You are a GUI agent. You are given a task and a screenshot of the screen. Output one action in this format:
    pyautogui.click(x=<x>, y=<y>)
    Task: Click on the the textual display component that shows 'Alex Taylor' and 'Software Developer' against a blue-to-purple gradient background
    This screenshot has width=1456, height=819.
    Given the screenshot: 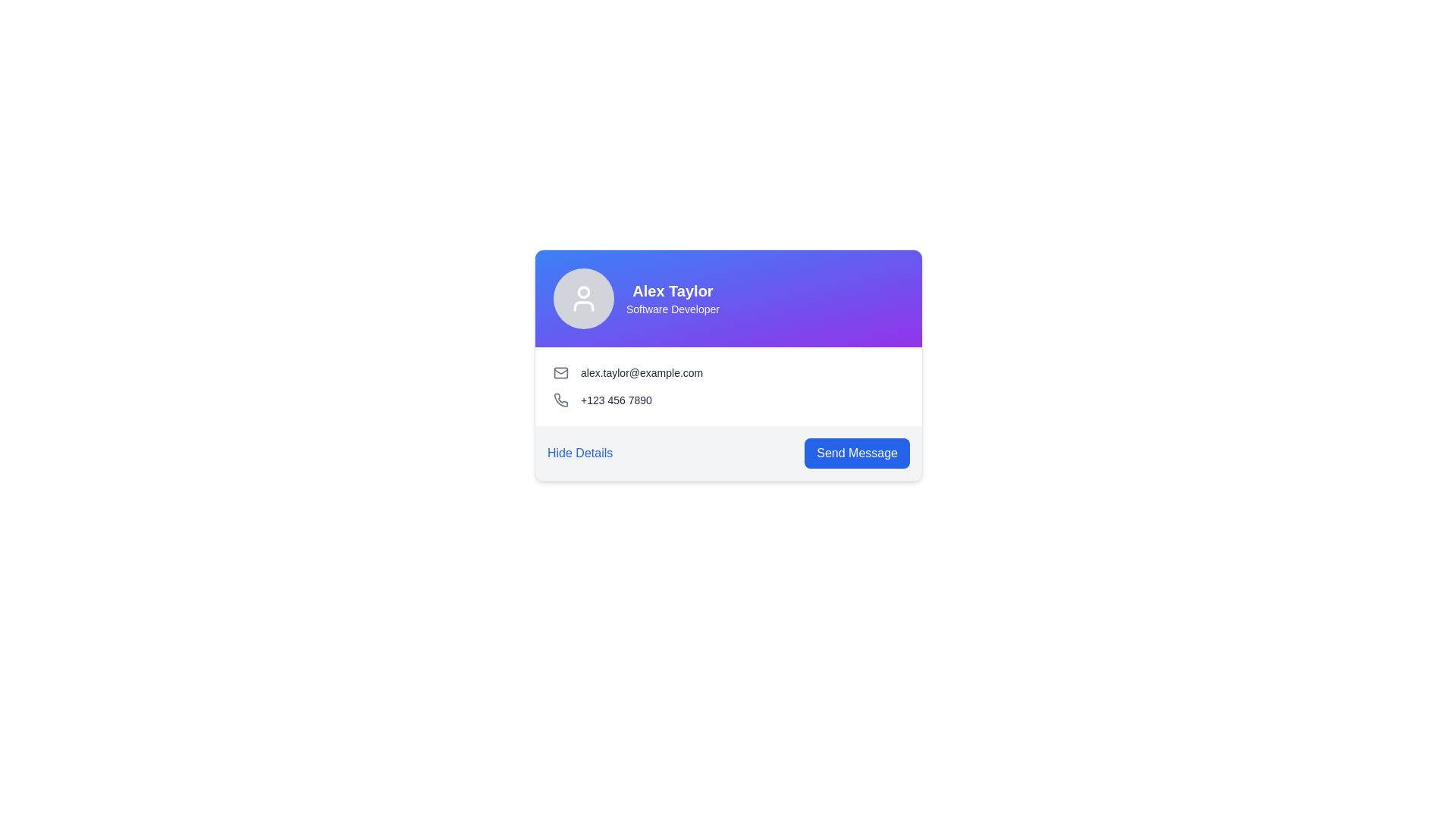 What is the action you would take?
    pyautogui.click(x=672, y=298)
    